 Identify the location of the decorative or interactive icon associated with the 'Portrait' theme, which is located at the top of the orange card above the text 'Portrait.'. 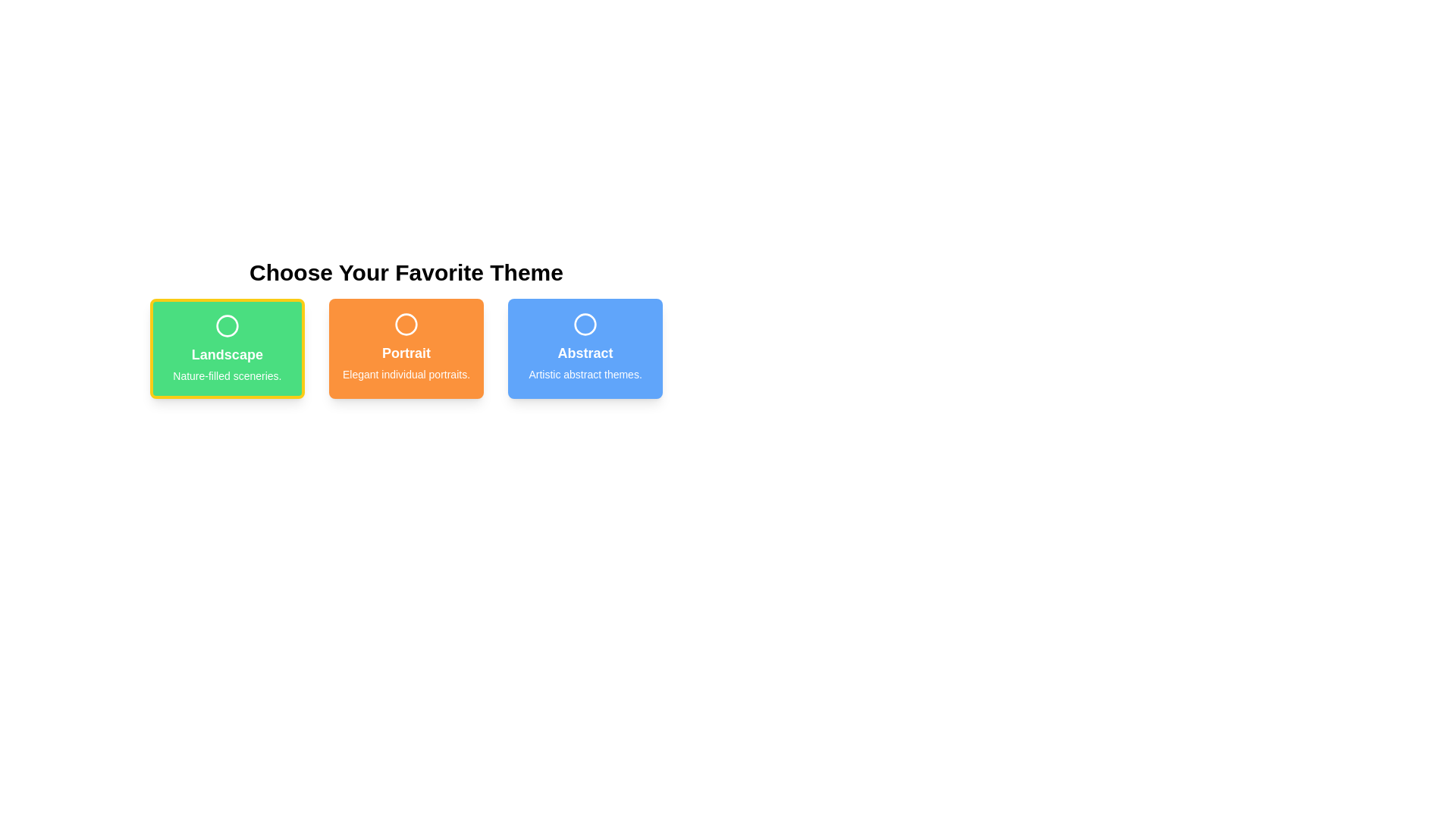
(406, 324).